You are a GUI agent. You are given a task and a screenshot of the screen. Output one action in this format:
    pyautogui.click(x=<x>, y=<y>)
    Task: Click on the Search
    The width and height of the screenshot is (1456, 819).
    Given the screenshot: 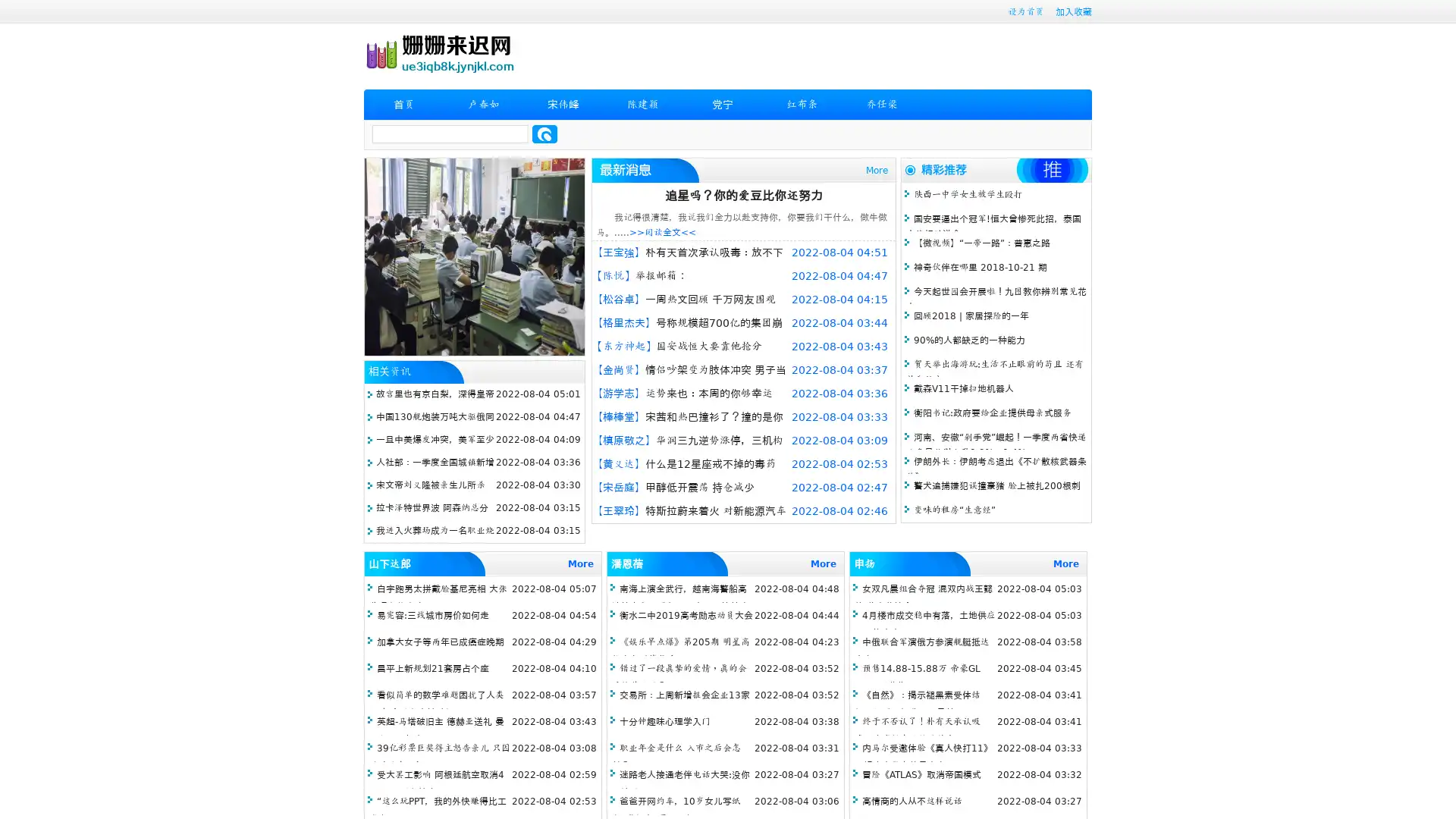 What is the action you would take?
    pyautogui.click(x=544, y=133)
    